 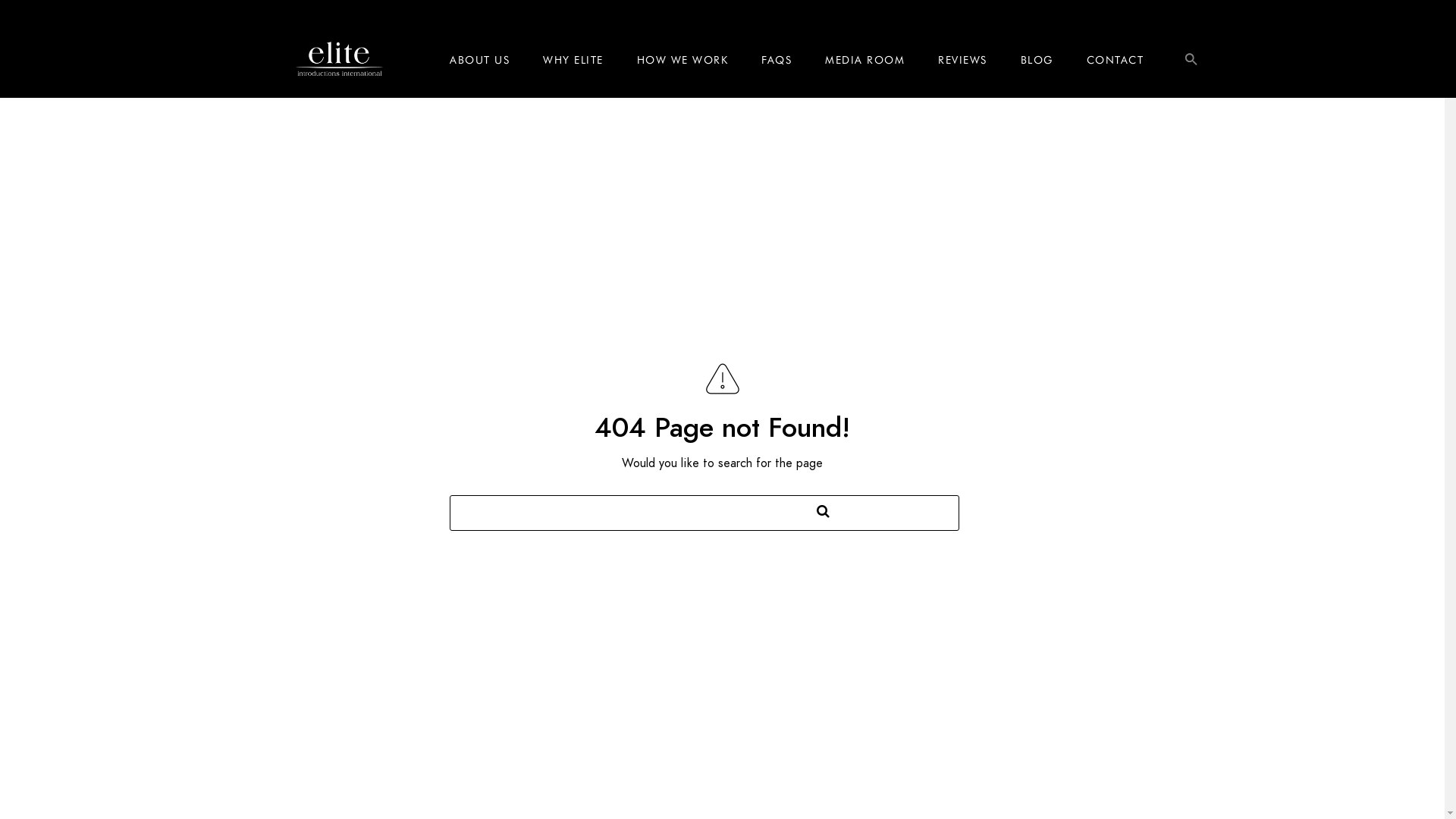 What do you see at coordinates (776, 58) in the screenshot?
I see `'FAQS'` at bounding box center [776, 58].